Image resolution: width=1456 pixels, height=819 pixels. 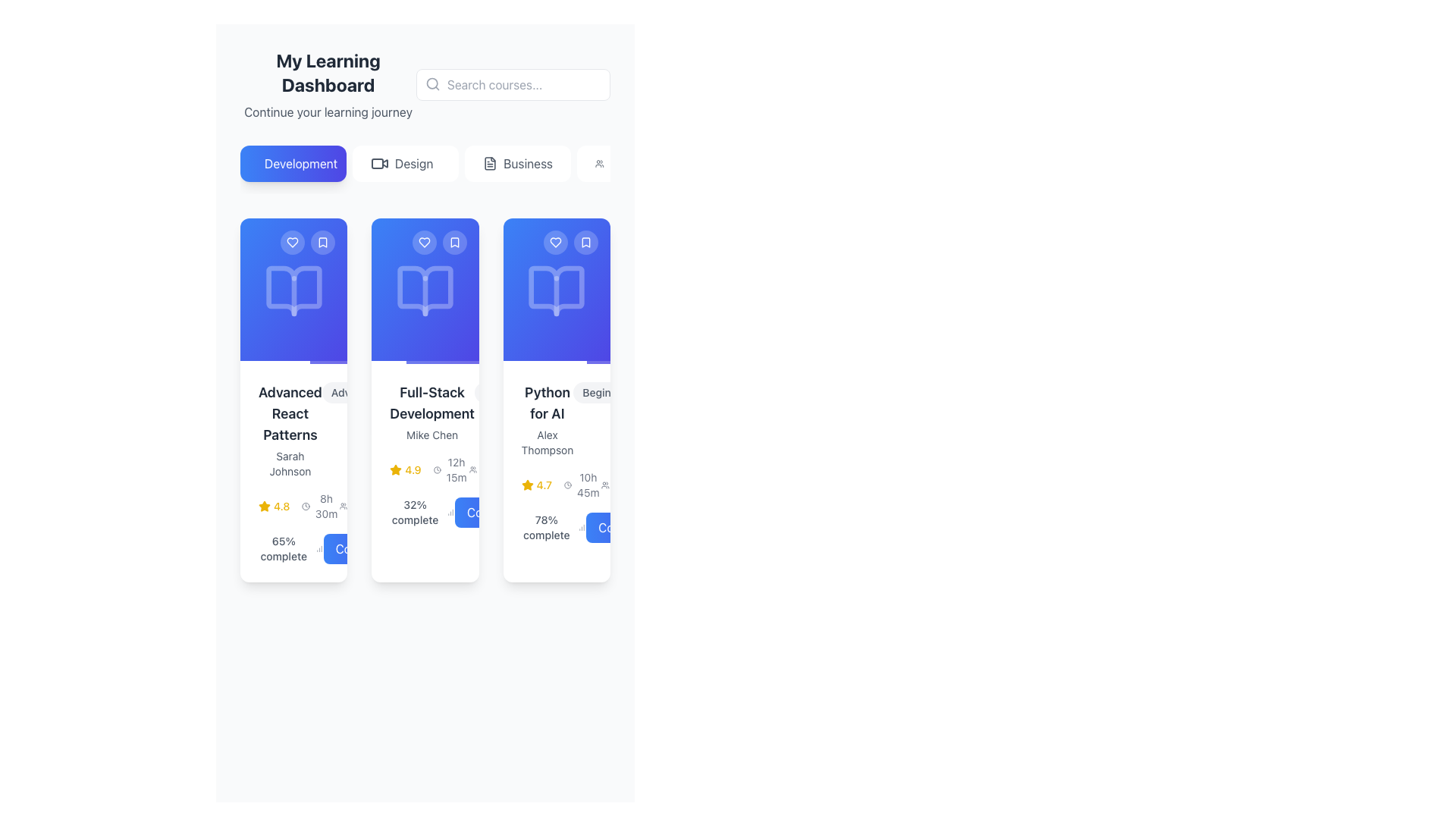 I want to click on the gray SVG icon representing a group of people, located to the left of the text '2156 students', so click(x=472, y=469).